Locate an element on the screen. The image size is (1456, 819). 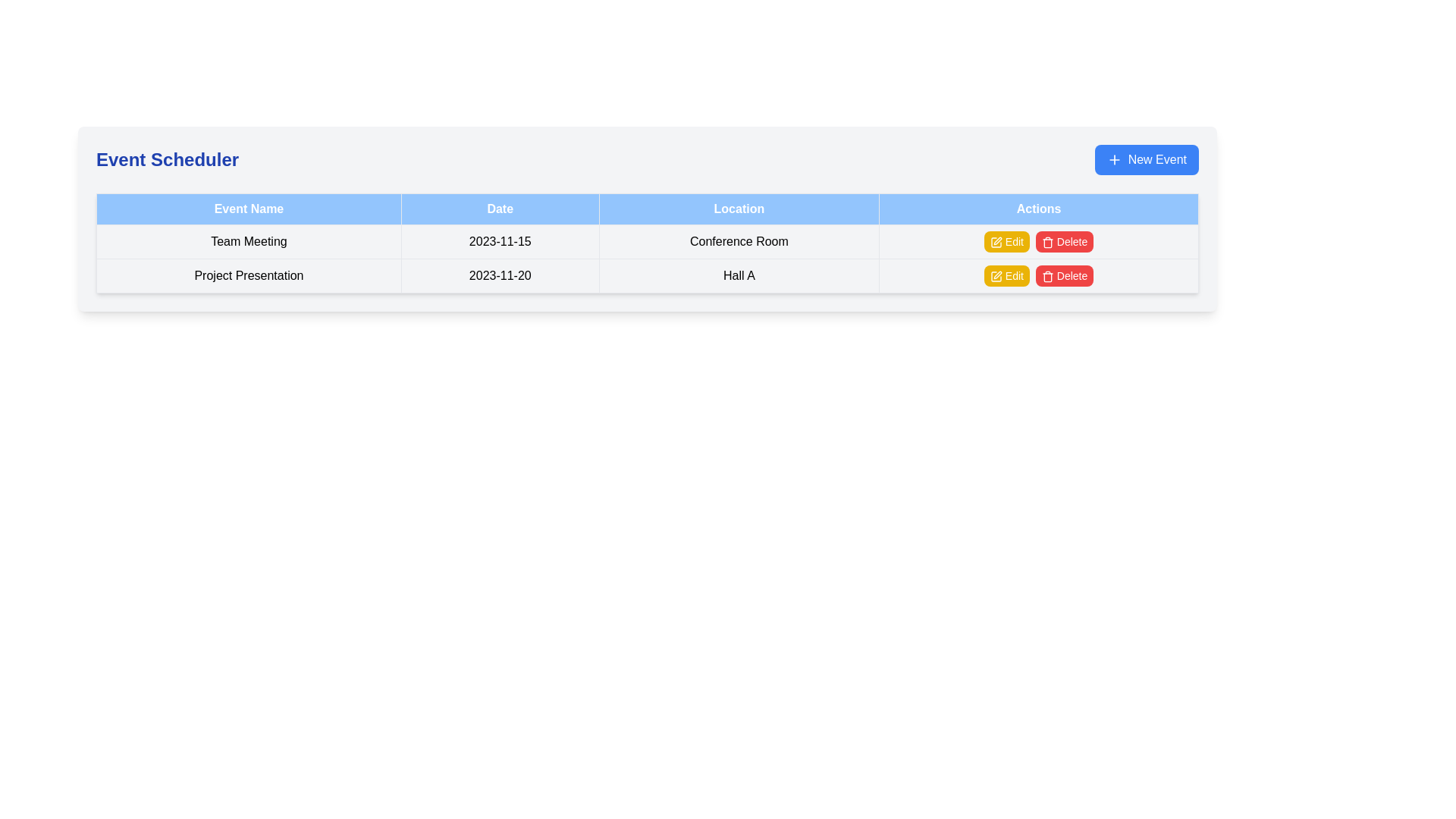
the interactive buttons in the 'Actions' column of the first row of the table for the 'Team Meeting' event is located at coordinates (1038, 241).